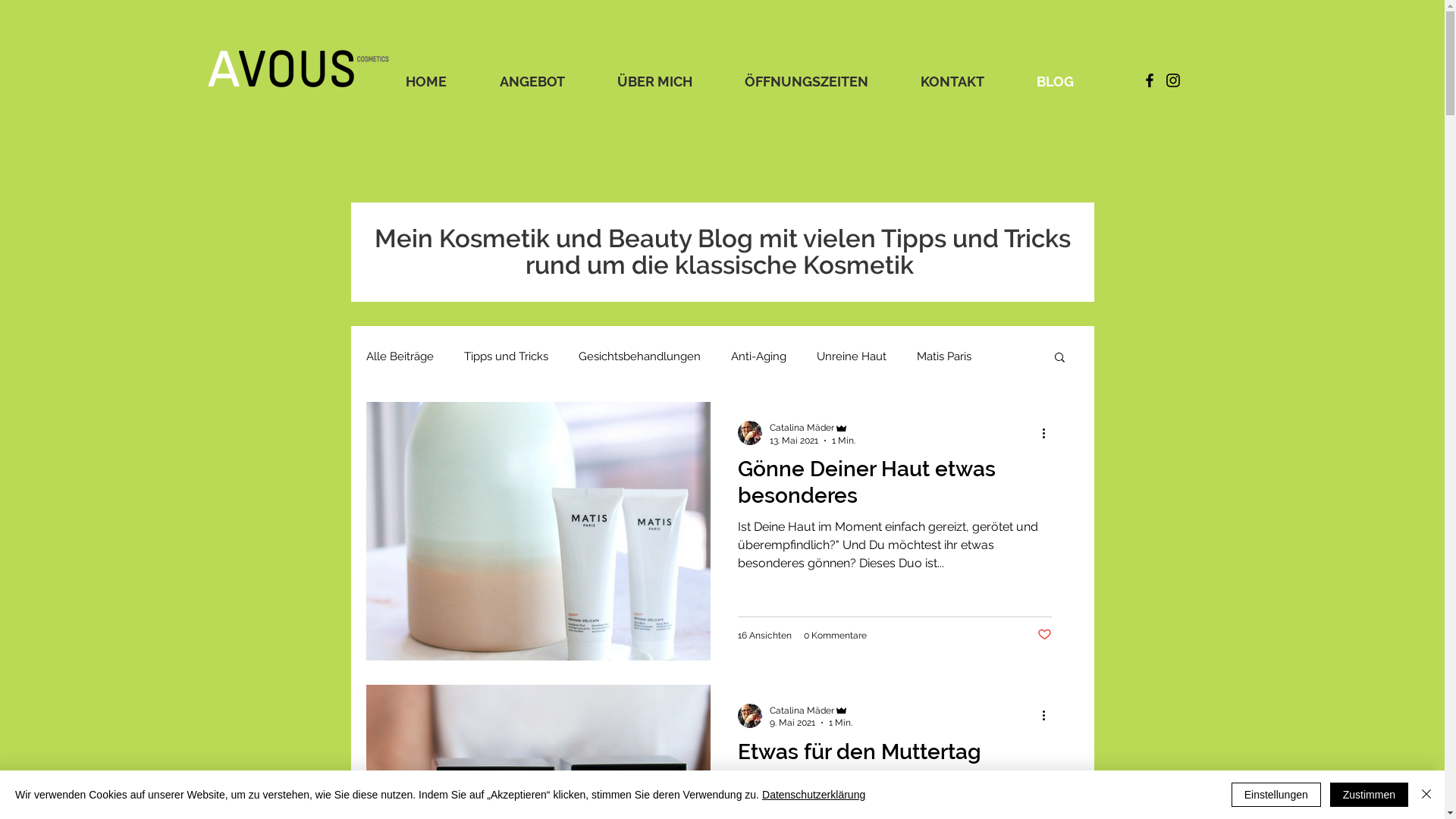 This screenshot has height=819, width=1456. What do you see at coordinates (506, 356) in the screenshot?
I see `'Tipps und Tricks'` at bounding box center [506, 356].